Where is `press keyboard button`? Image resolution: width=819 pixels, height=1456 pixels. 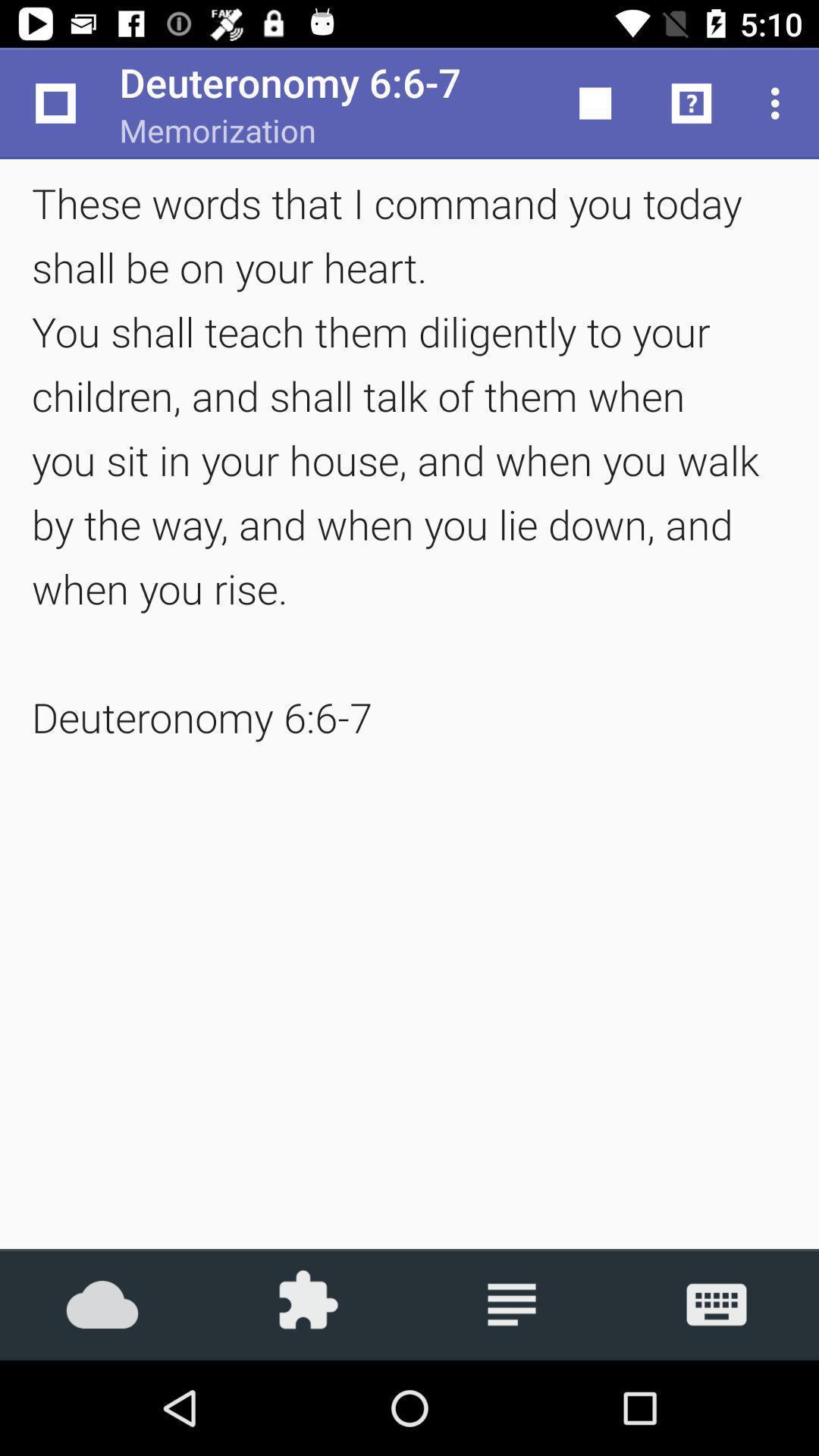
press keyboard button is located at coordinates (717, 1304).